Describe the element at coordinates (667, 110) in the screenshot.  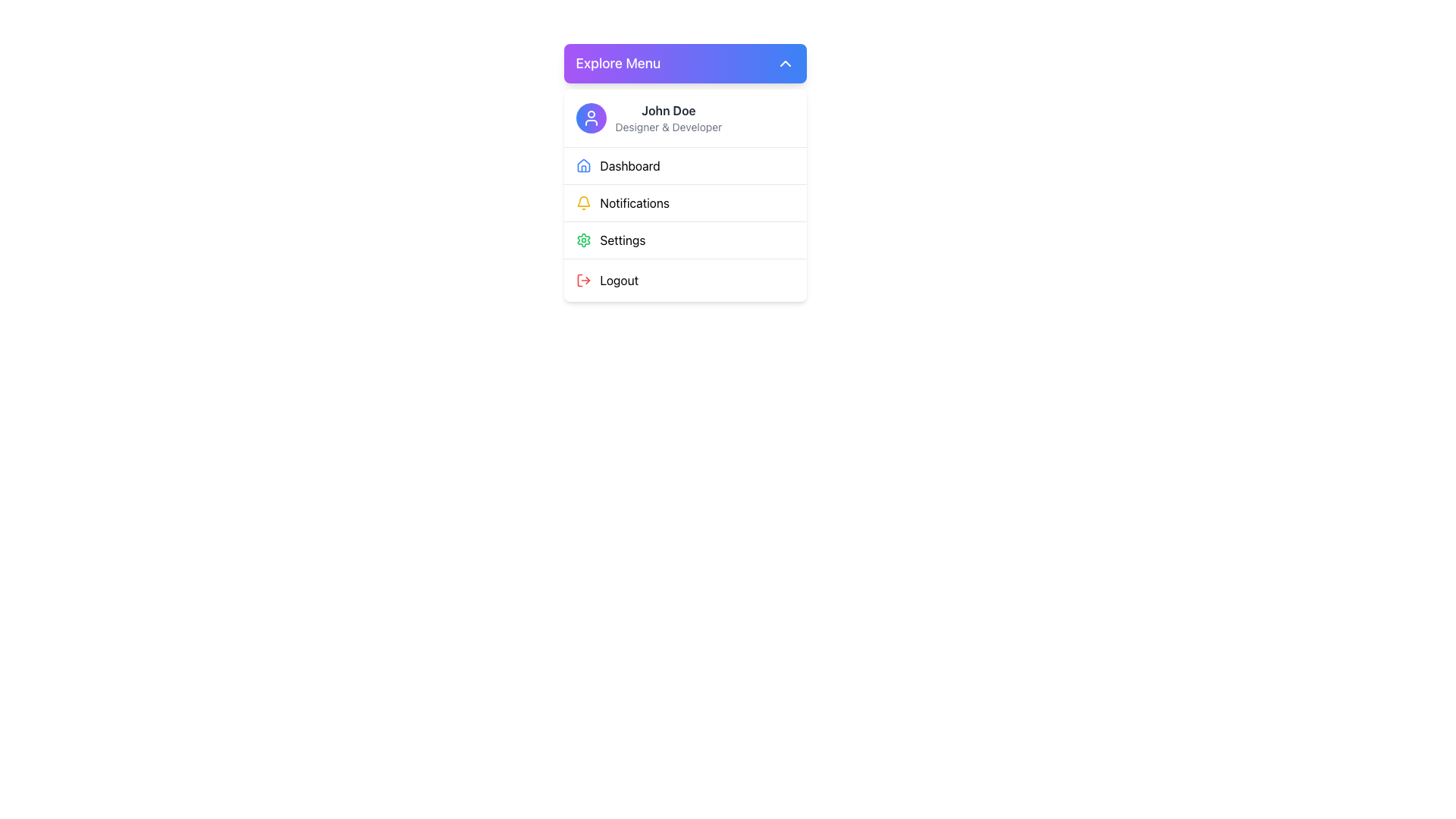
I see `the user's name text element located in the 'Explore Menu' dropdown, positioned above 'Designer & Developer' and aligned with the profile icon` at that location.